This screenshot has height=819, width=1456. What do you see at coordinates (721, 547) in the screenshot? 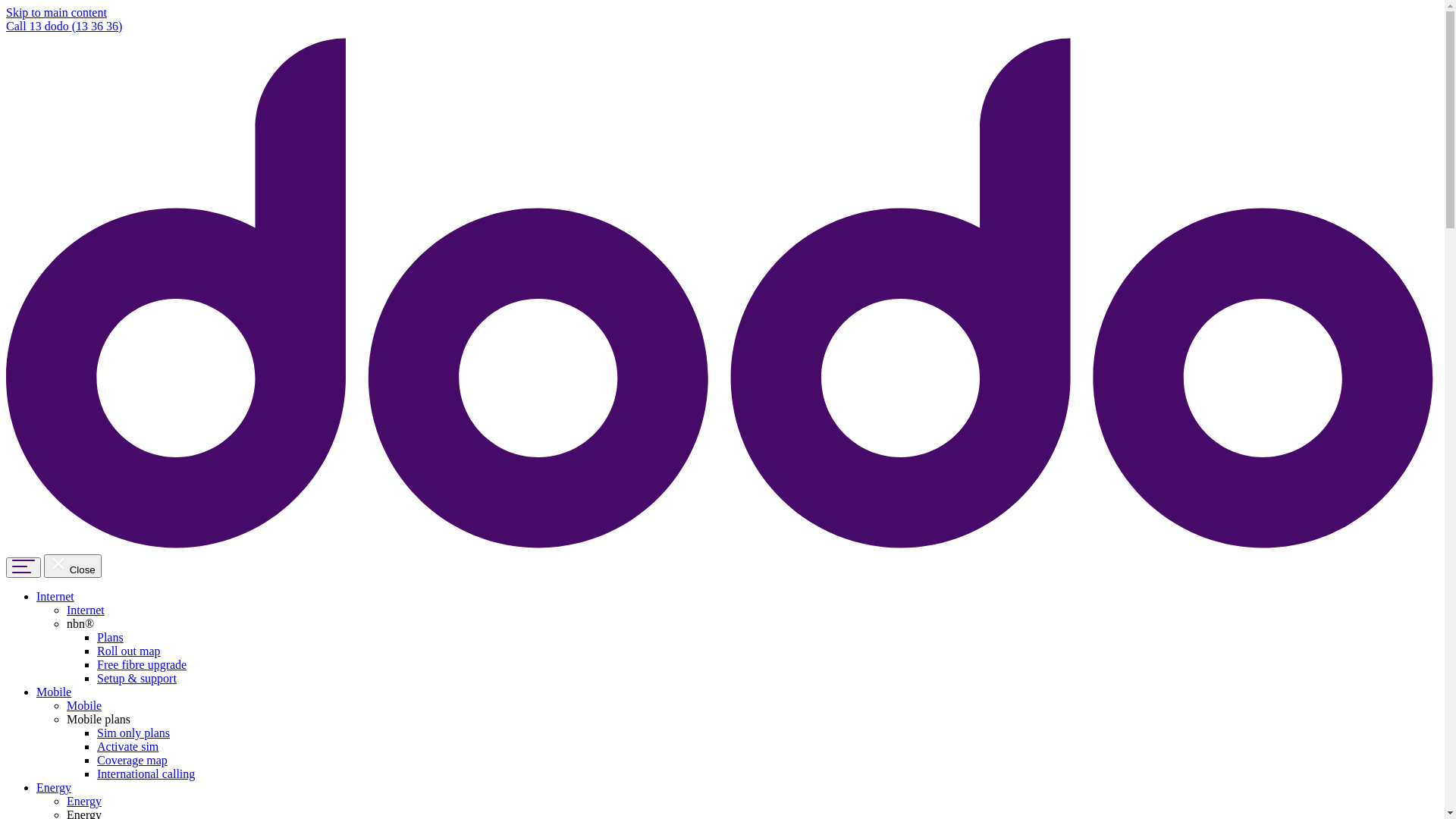
I see `'Home'` at bounding box center [721, 547].